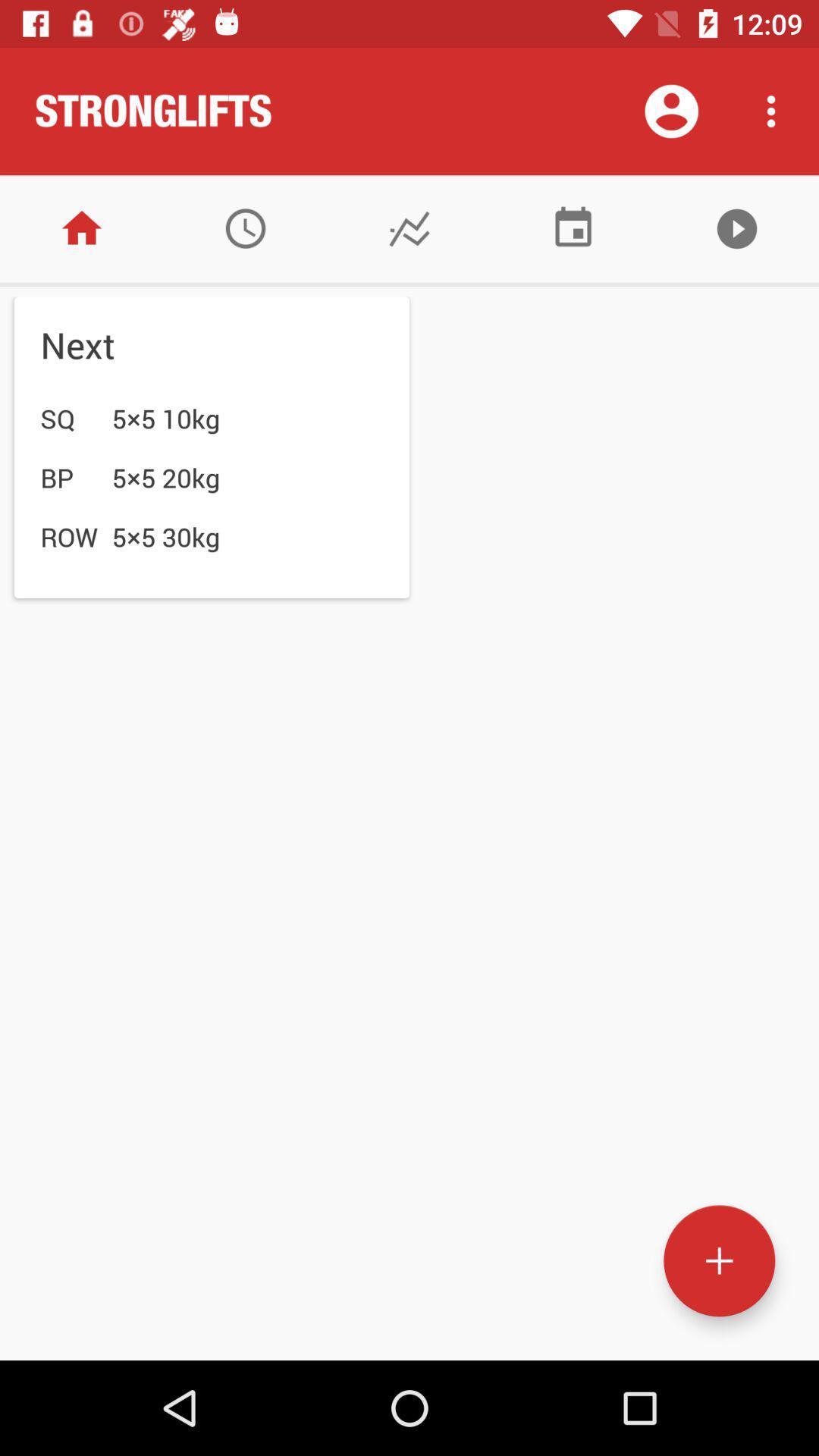 This screenshot has width=819, height=1456. Describe the element at coordinates (736, 227) in the screenshot. I see `song` at that location.